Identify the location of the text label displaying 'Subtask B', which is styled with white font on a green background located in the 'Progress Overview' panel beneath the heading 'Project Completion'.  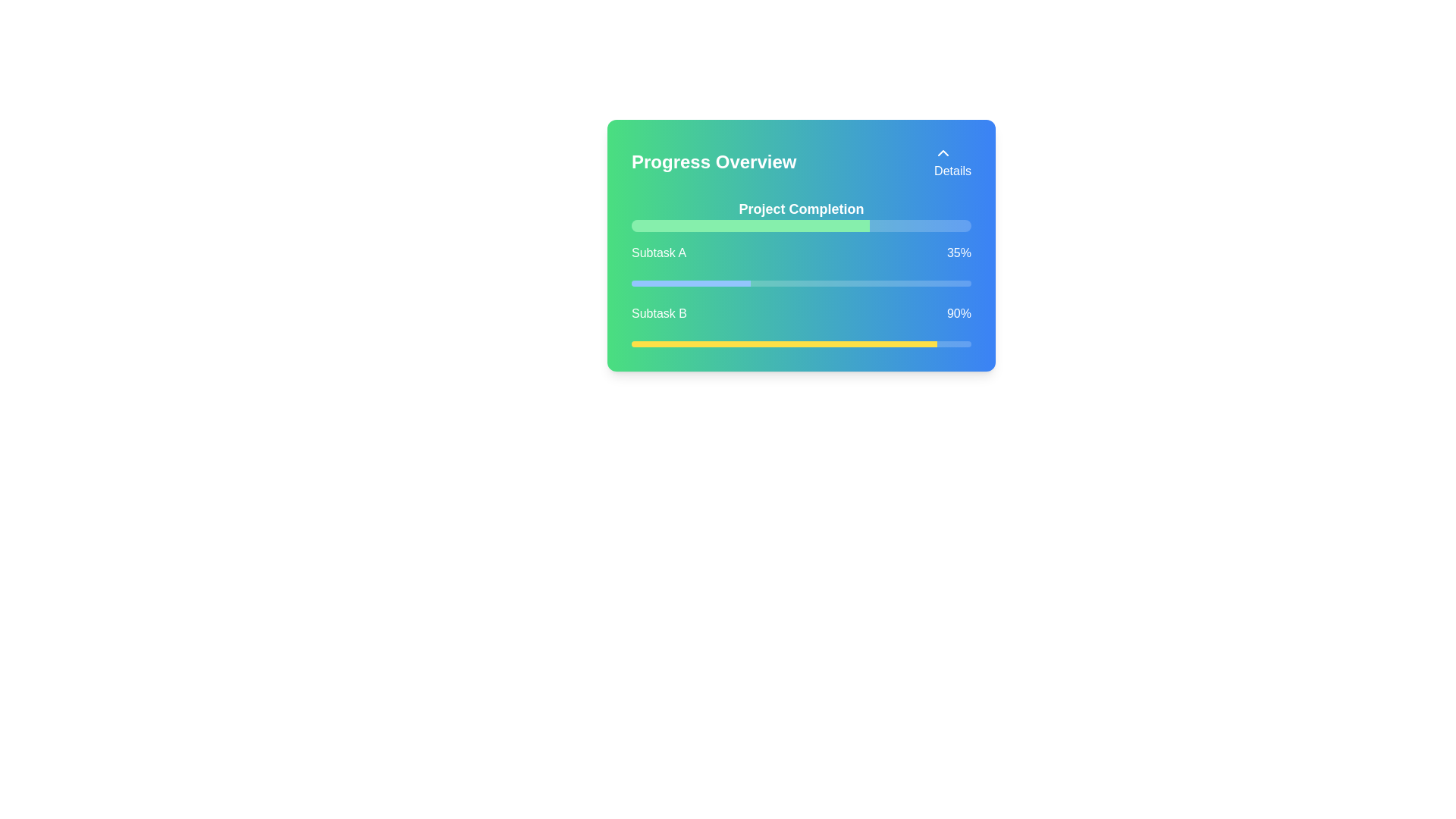
(659, 312).